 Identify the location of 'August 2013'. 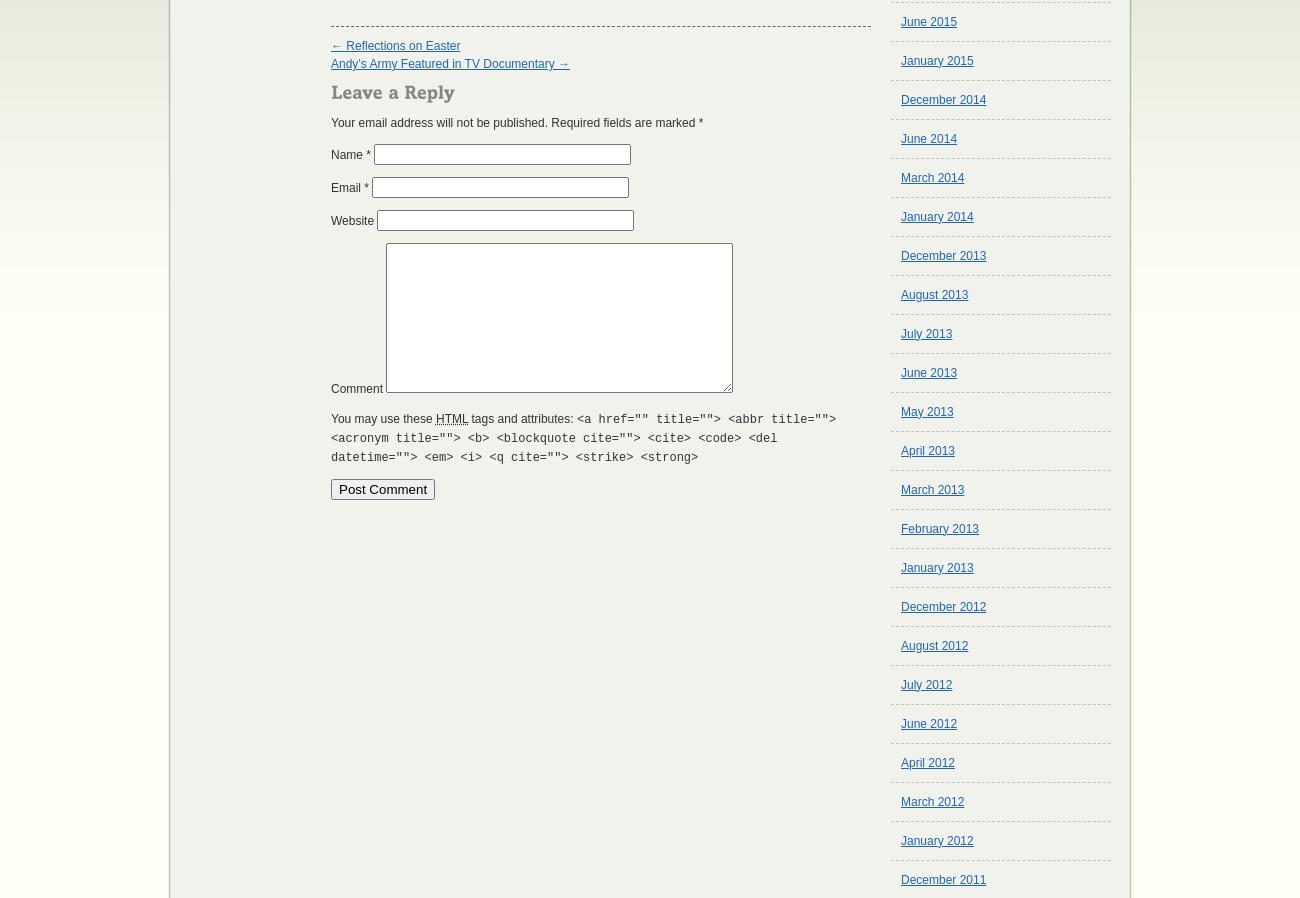
(934, 294).